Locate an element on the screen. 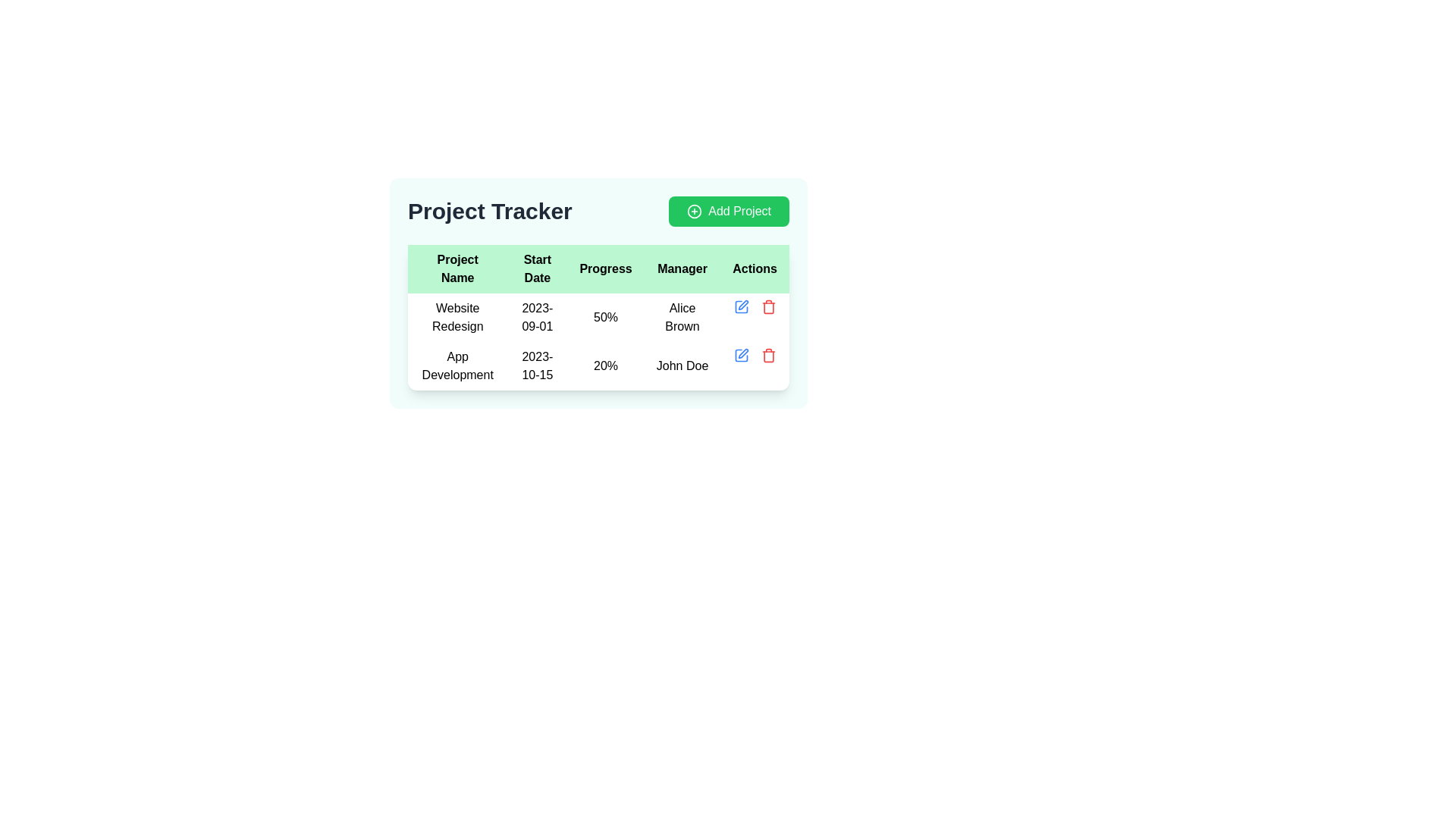  'Start Date' text label, which is displayed in bold black font in the green header row of a table, positioned as the second column label is located at coordinates (537, 268).